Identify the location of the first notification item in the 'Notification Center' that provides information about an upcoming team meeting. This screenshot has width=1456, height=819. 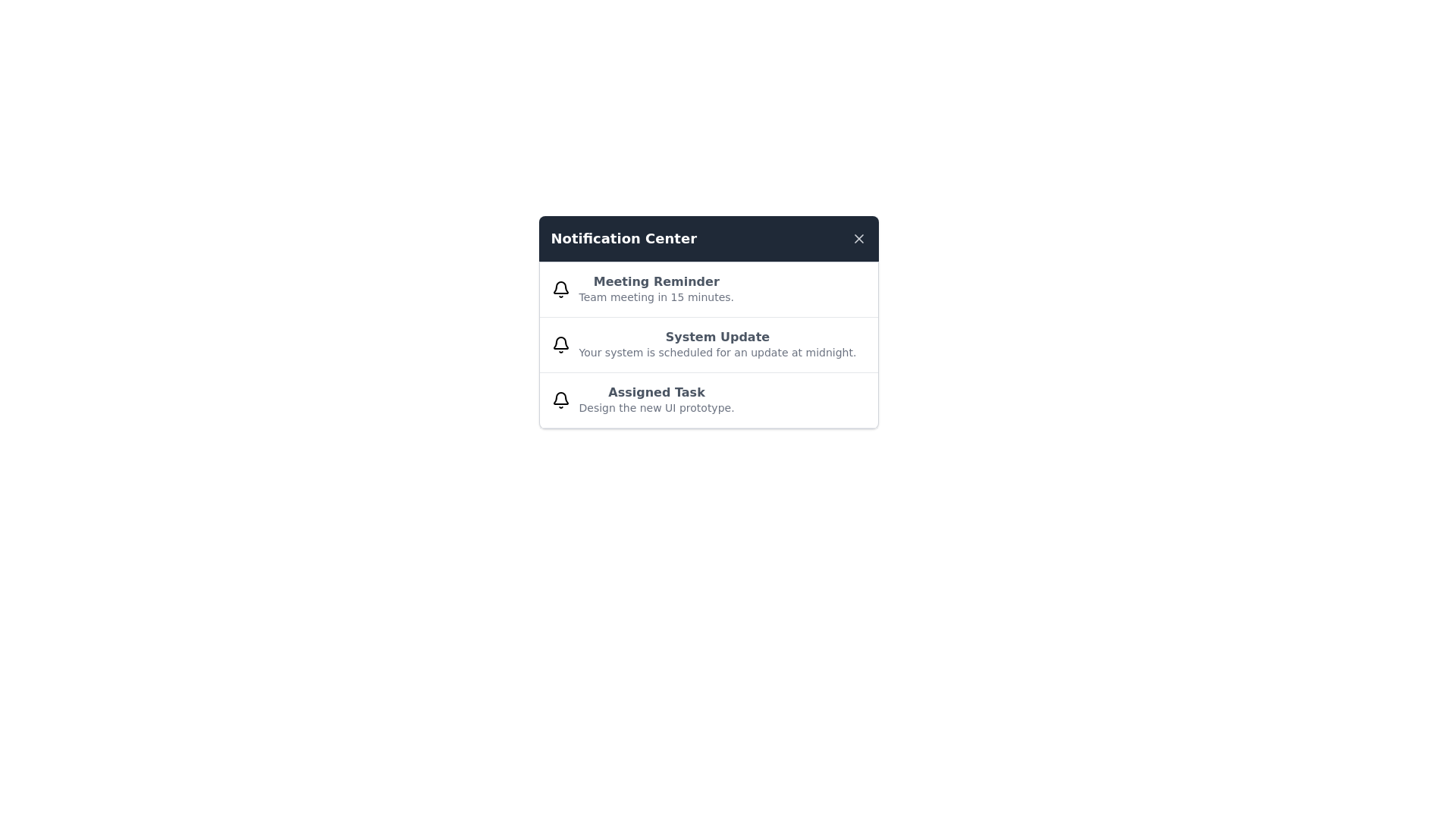
(708, 290).